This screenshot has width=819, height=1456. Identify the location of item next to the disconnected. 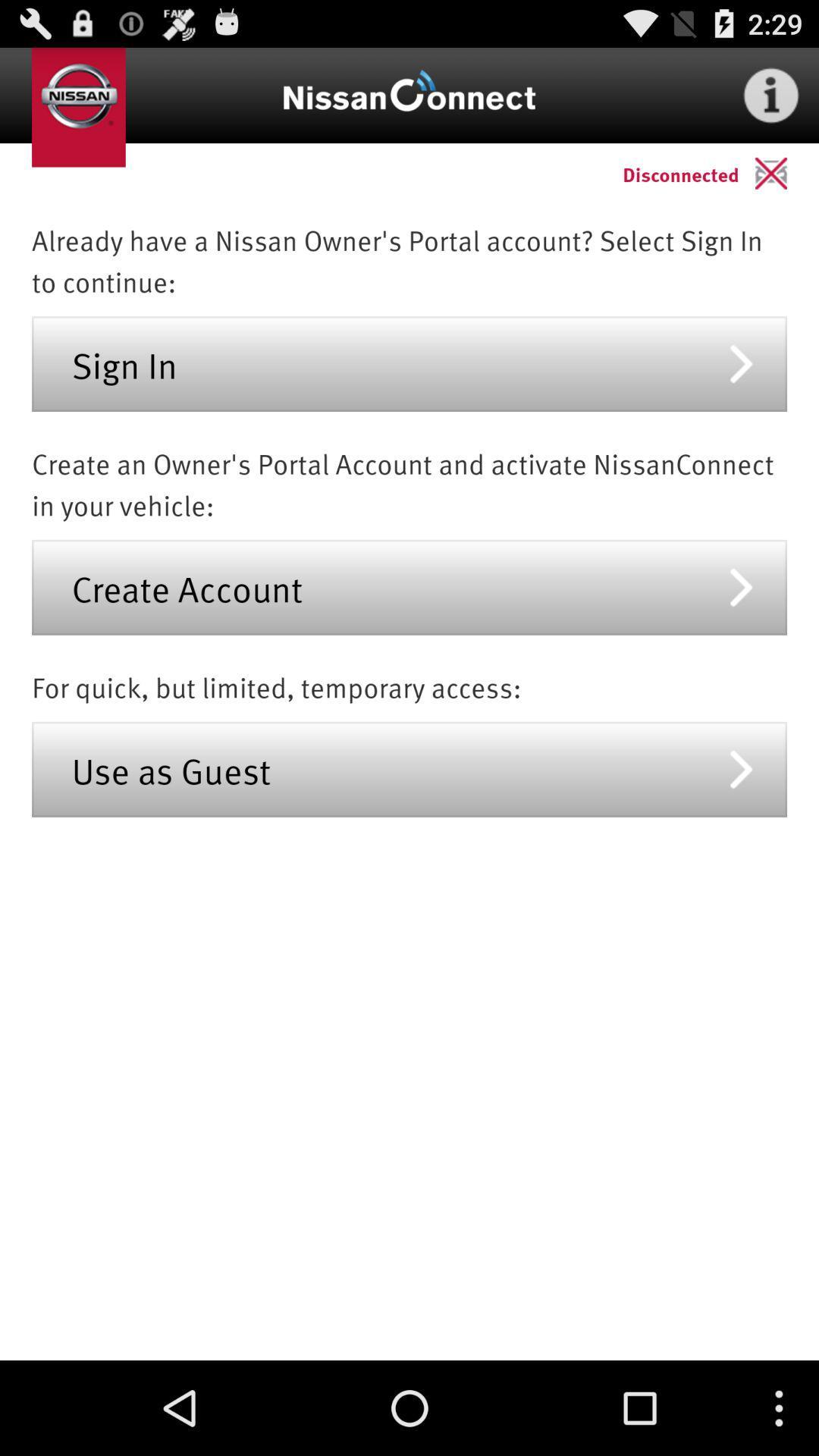
(786, 173).